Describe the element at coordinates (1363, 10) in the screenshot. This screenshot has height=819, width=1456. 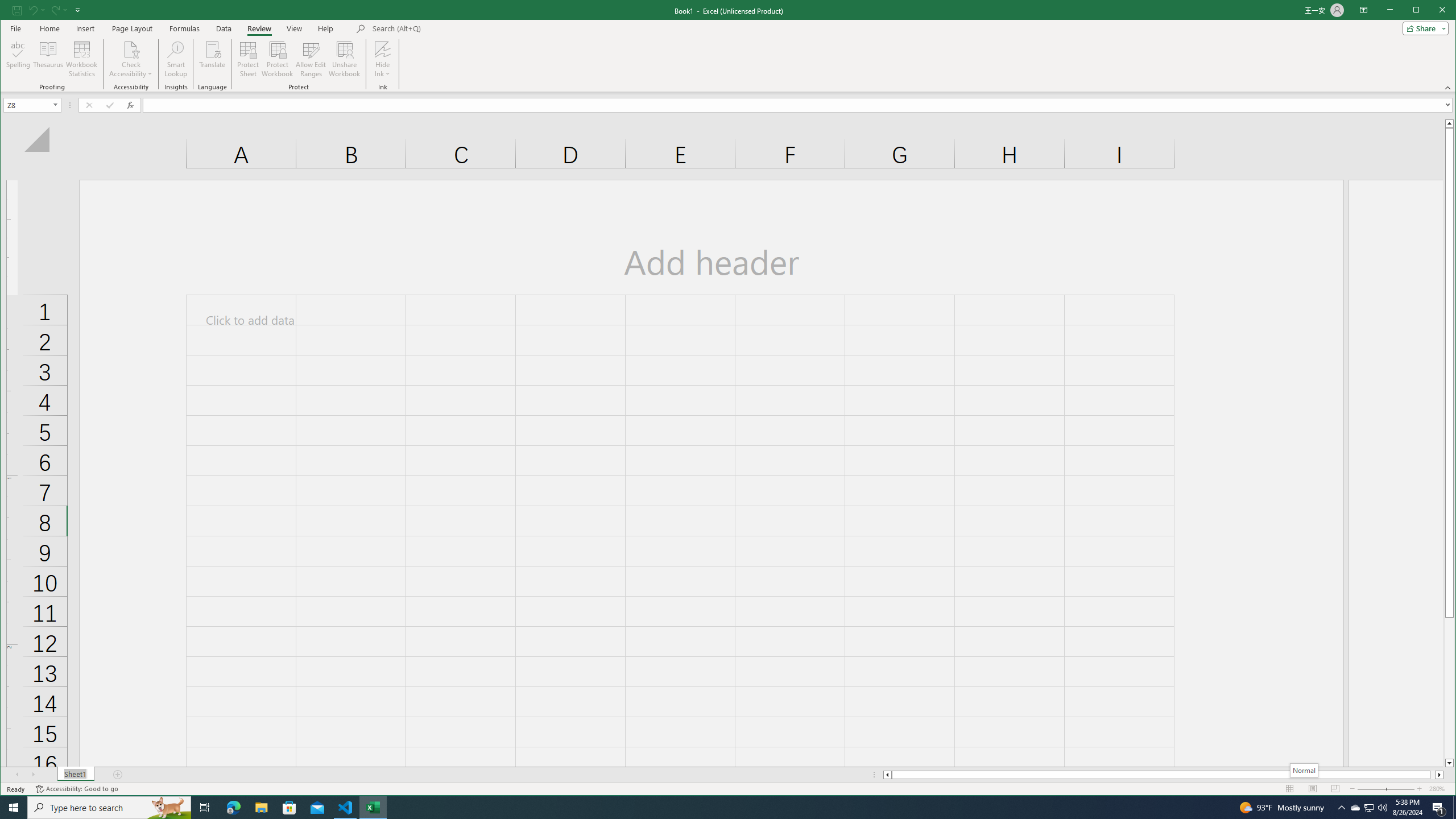
I see `'Ribbon Display Options'` at that location.